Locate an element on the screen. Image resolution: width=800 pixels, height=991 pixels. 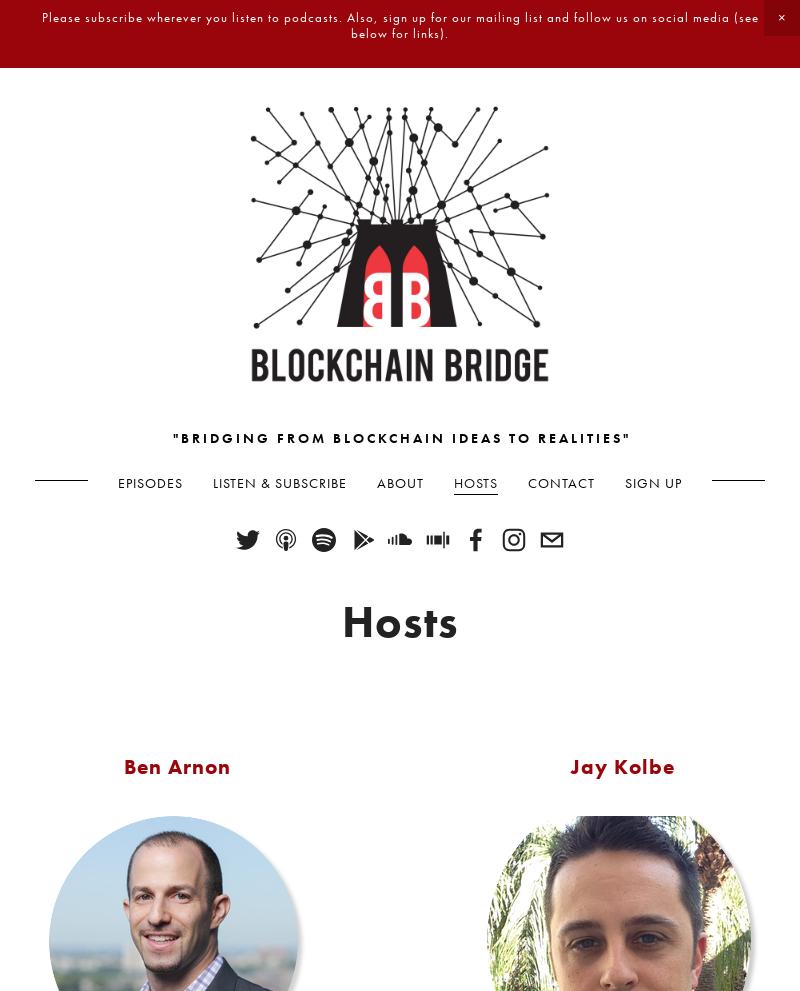
'Ben Arnon' is located at coordinates (175, 764).